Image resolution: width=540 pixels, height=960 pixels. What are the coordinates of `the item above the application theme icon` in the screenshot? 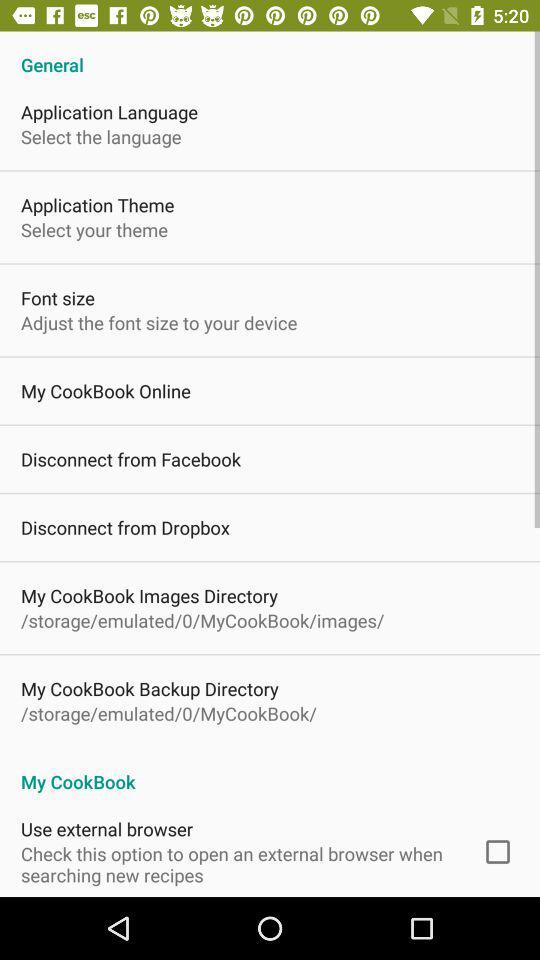 It's located at (100, 135).